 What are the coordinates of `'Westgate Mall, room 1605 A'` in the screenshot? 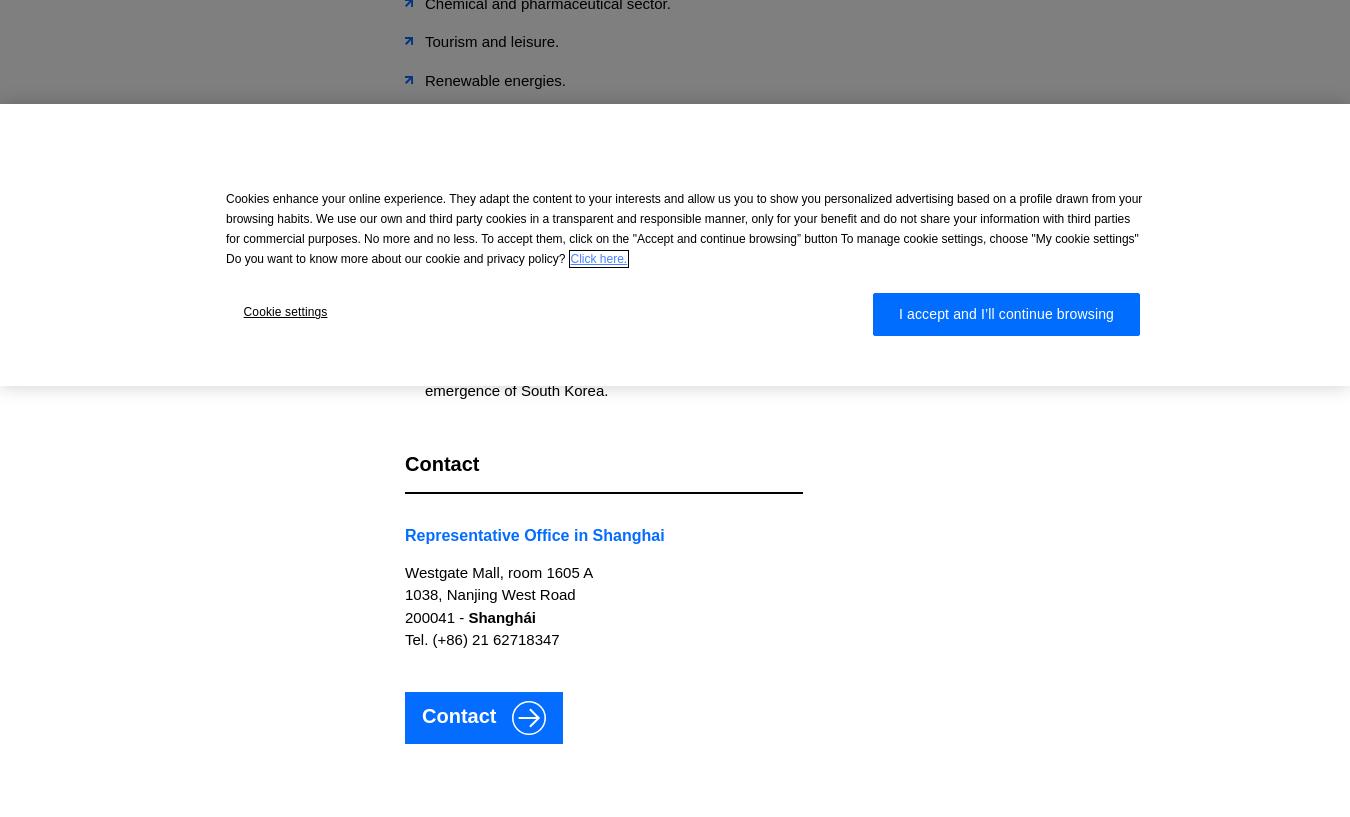 It's located at (497, 570).